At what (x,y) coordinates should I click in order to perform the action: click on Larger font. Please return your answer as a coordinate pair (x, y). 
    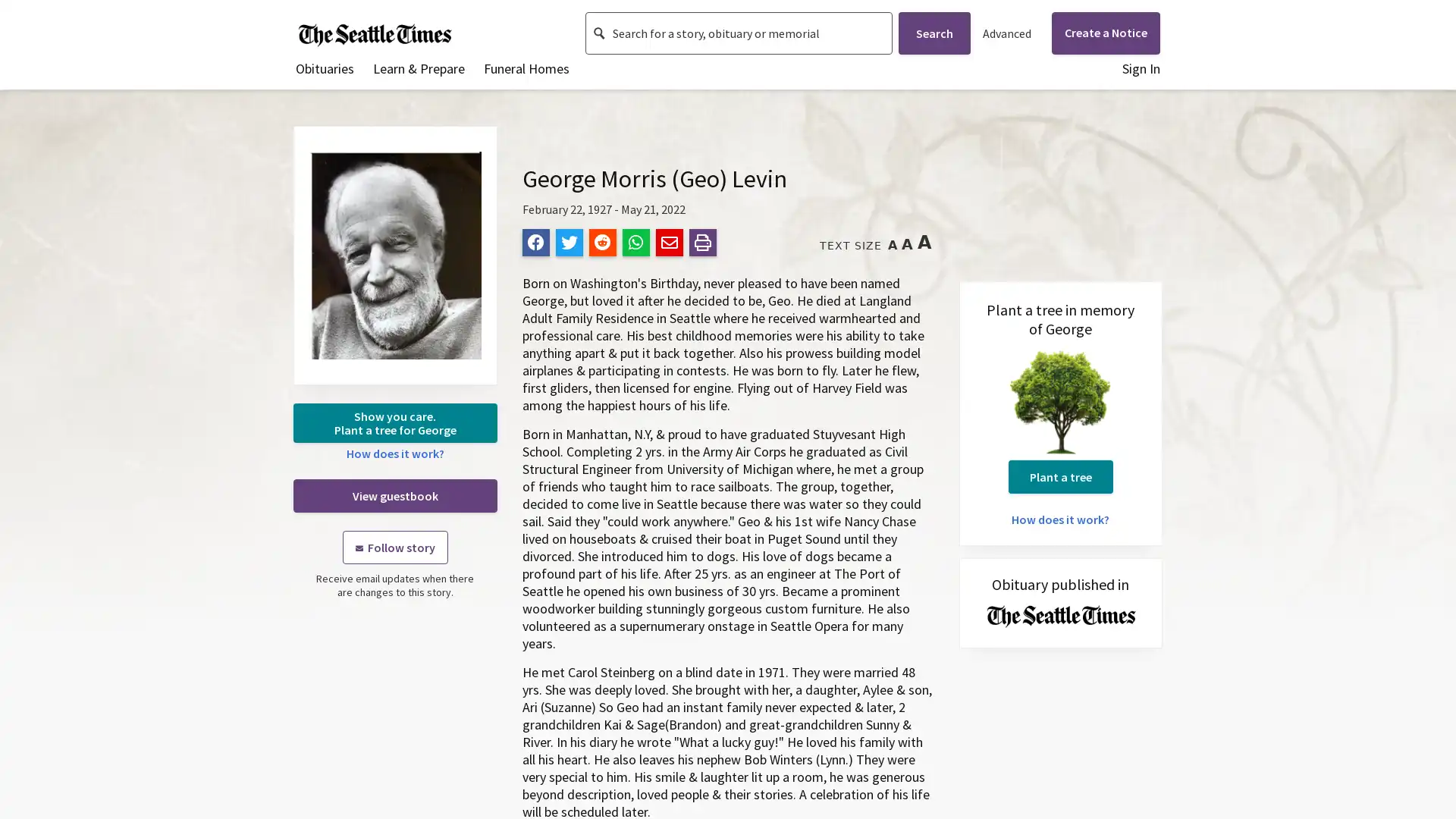
    Looking at the image, I should click on (906, 243).